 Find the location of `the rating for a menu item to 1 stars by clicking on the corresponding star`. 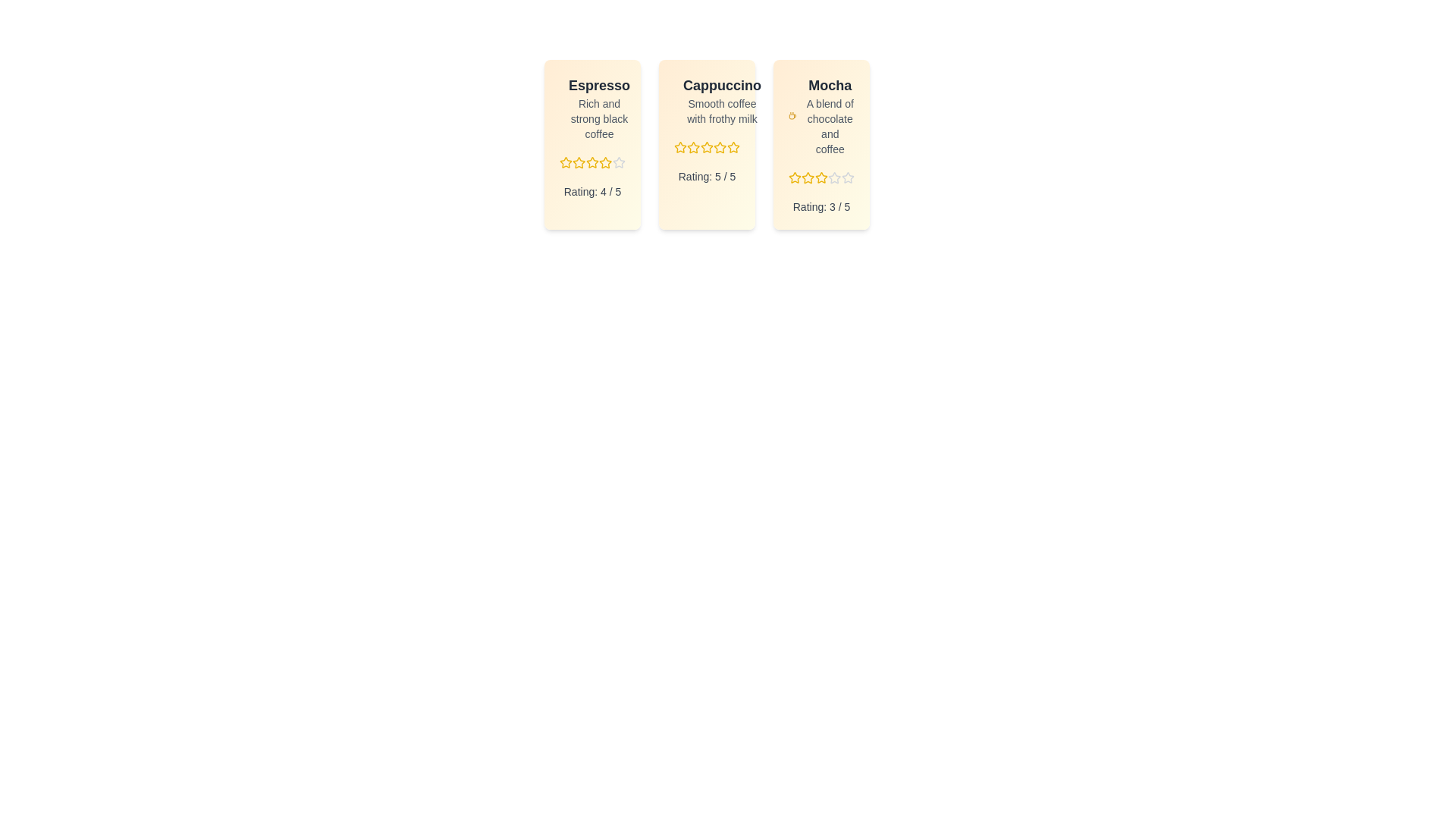

the rating for a menu item to 1 stars by clicking on the corresponding star is located at coordinates (565, 163).